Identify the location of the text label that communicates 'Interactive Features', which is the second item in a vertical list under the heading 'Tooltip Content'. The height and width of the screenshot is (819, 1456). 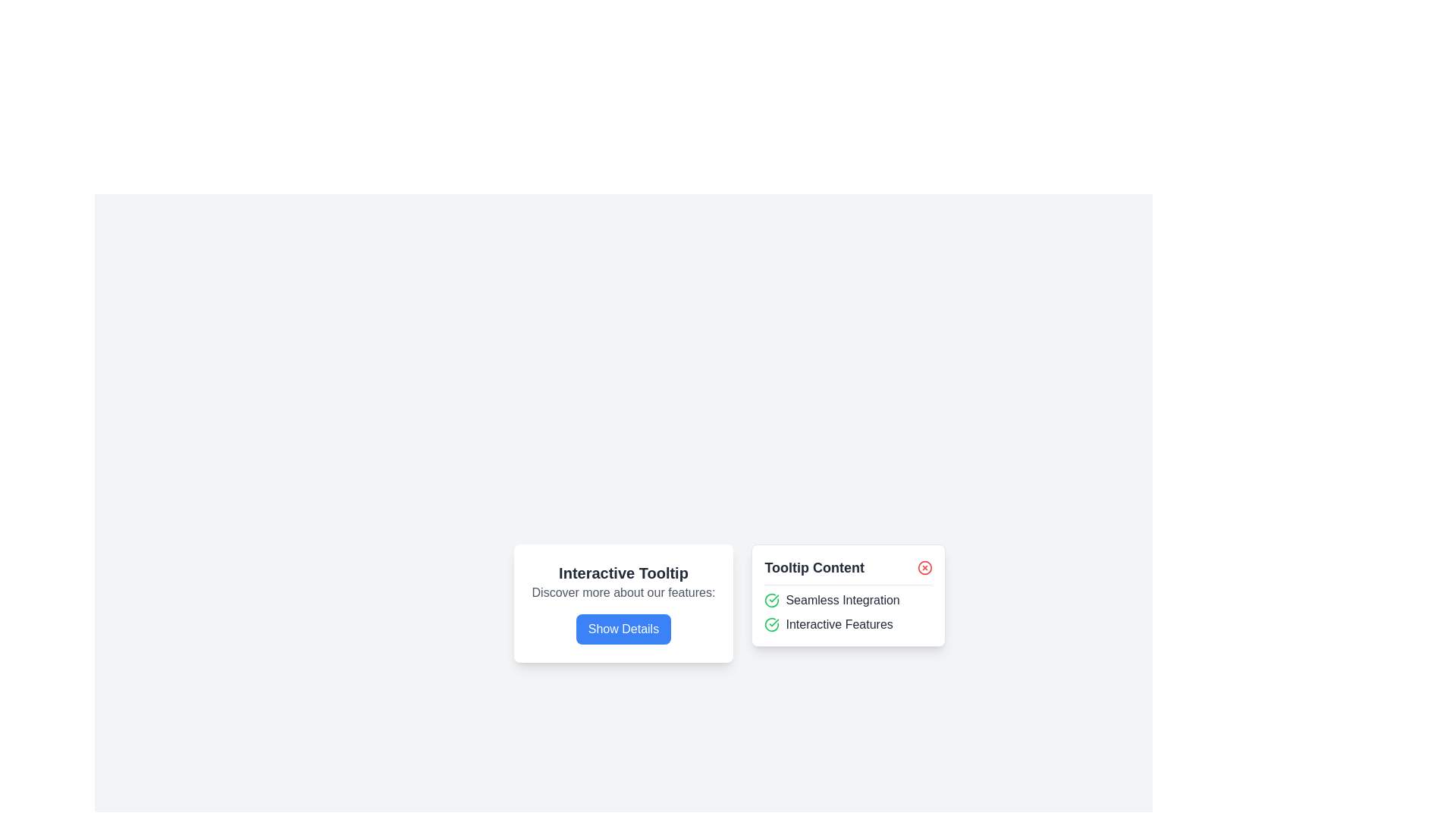
(848, 625).